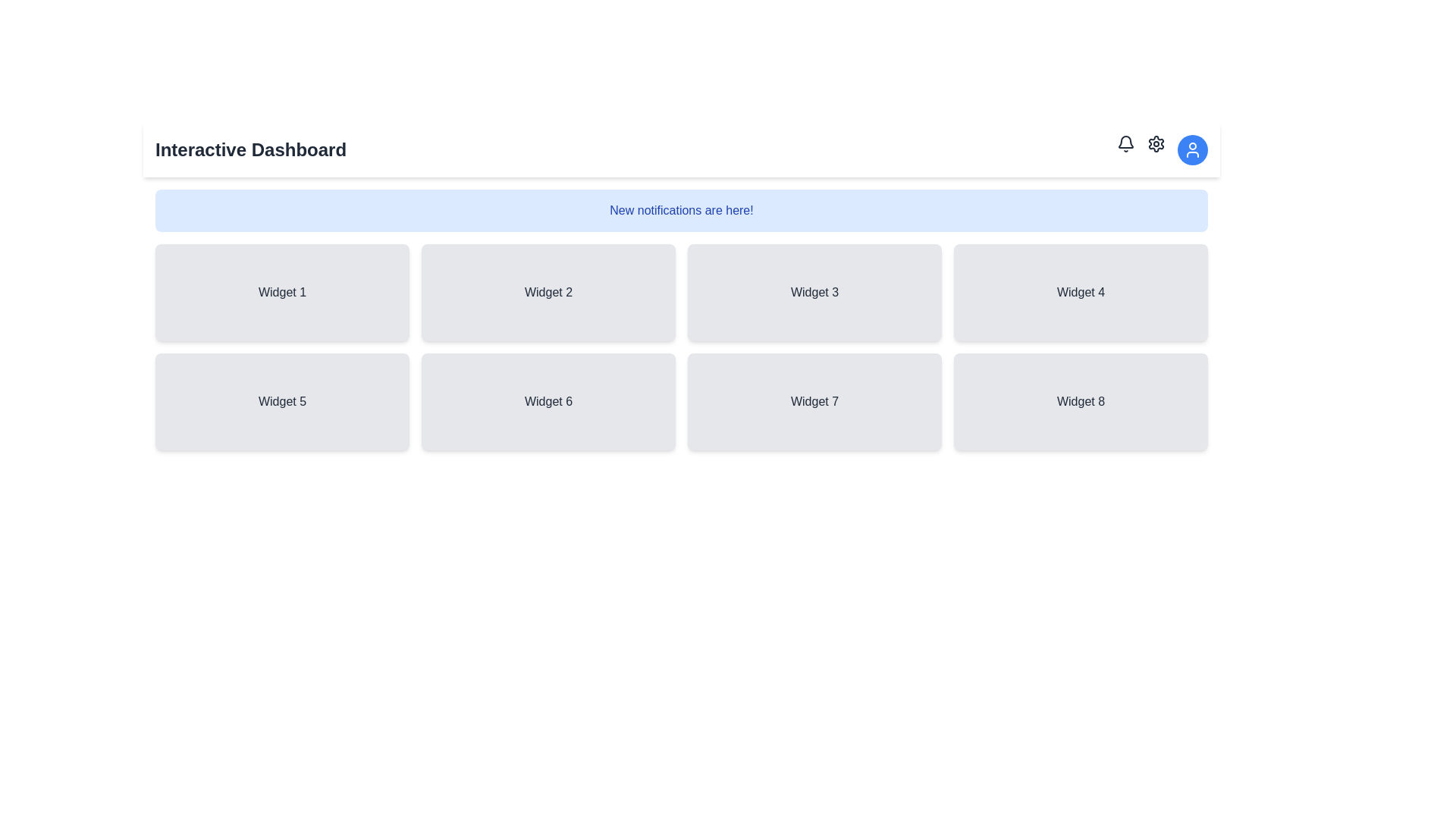  What do you see at coordinates (548, 400) in the screenshot?
I see `the 'Widget 6' card, which is a light gray rectangular card with rounded corners located in the second row of the grid layout` at bounding box center [548, 400].